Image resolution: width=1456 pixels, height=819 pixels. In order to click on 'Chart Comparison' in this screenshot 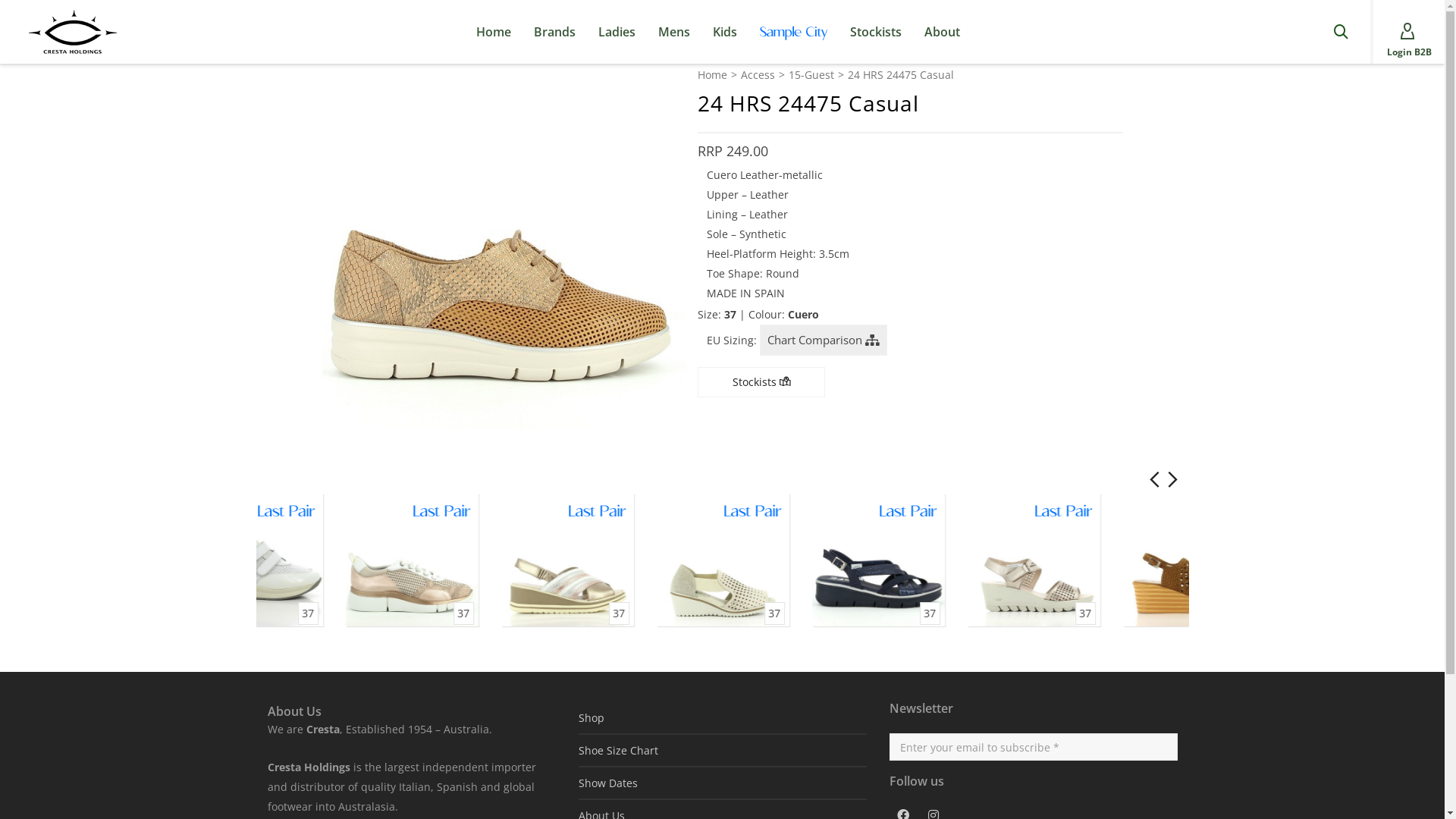, I will do `click(822, 339)`.